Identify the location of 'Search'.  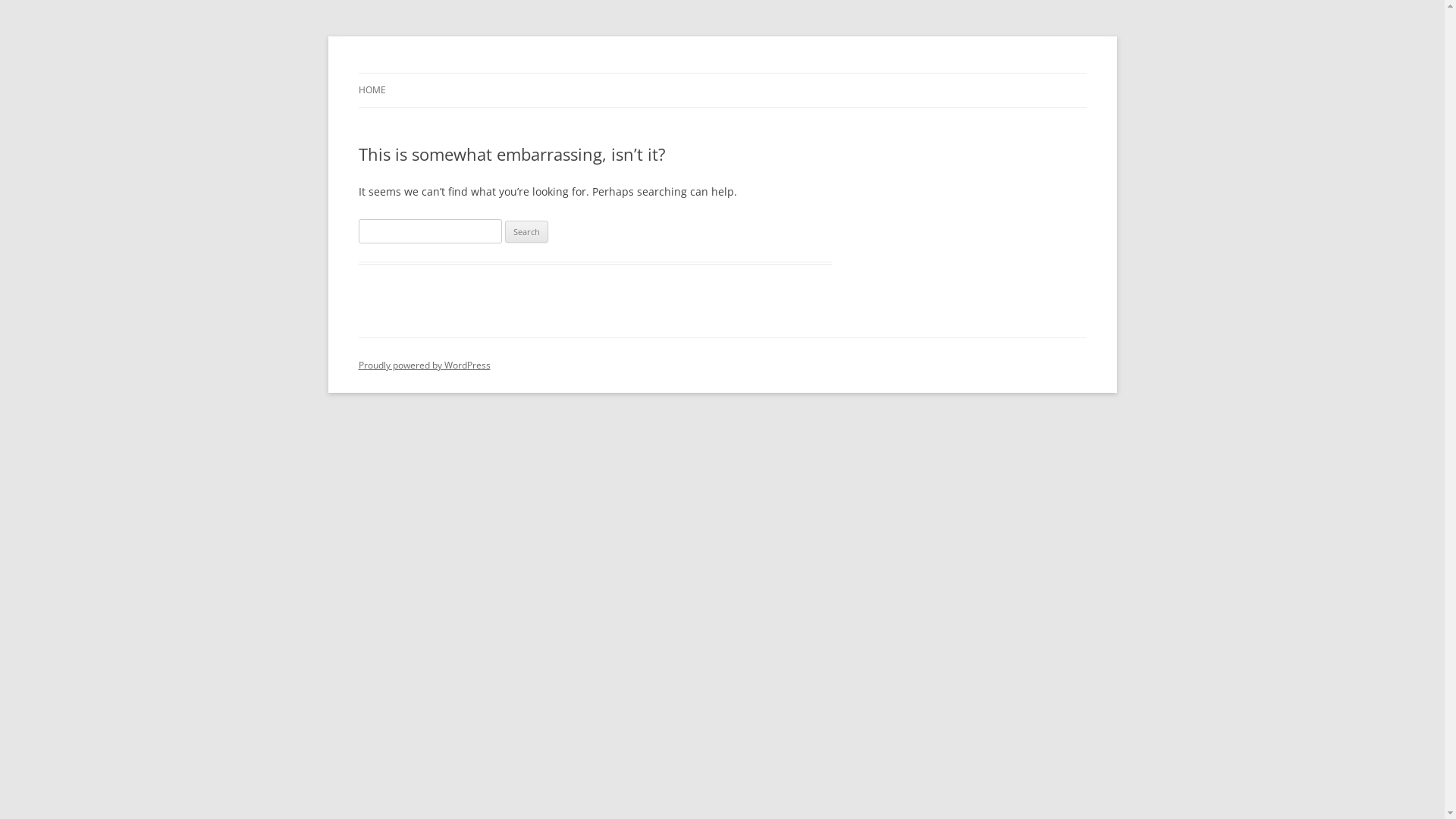
(505, 231).